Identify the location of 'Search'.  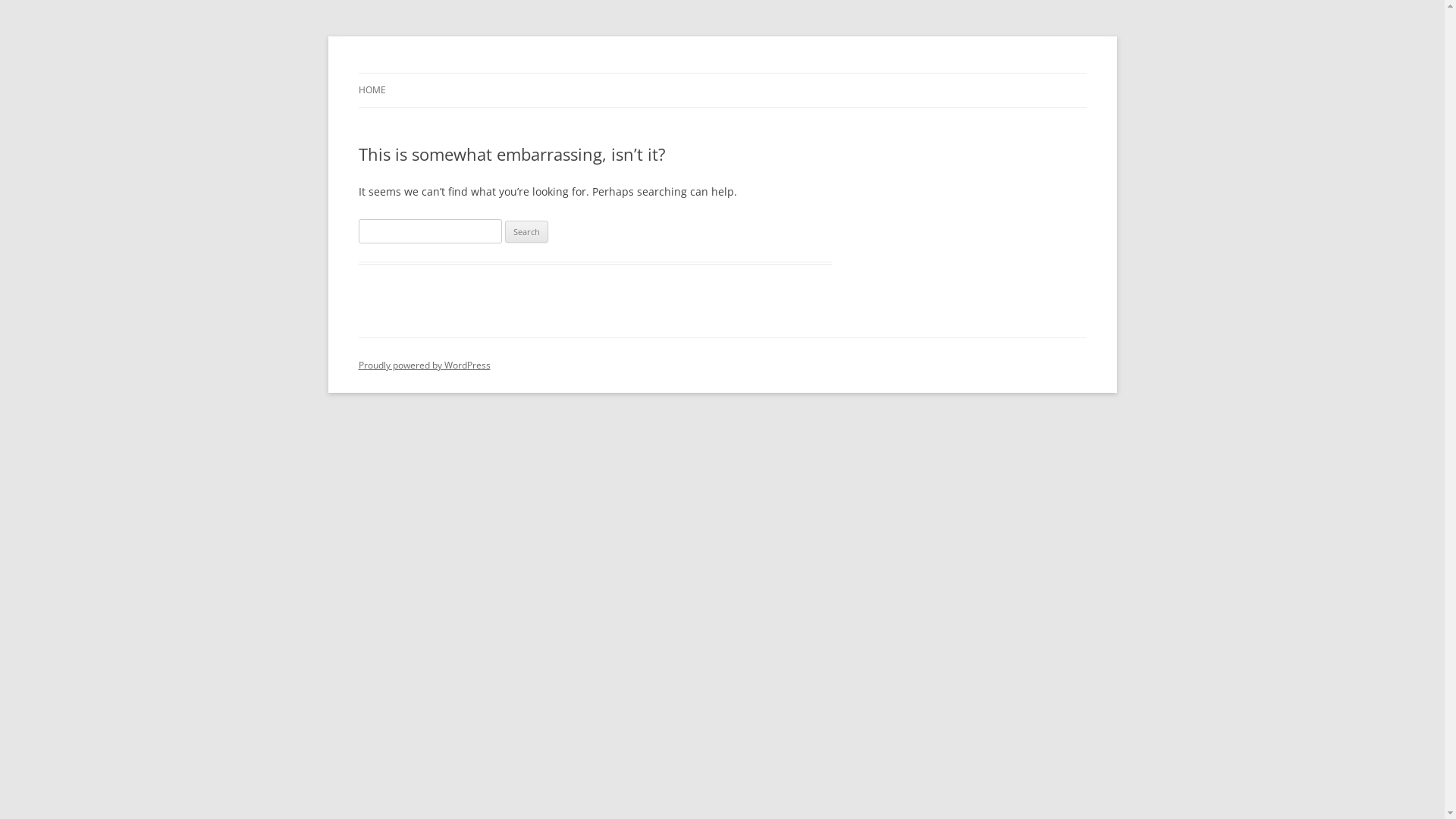
(505, 231).